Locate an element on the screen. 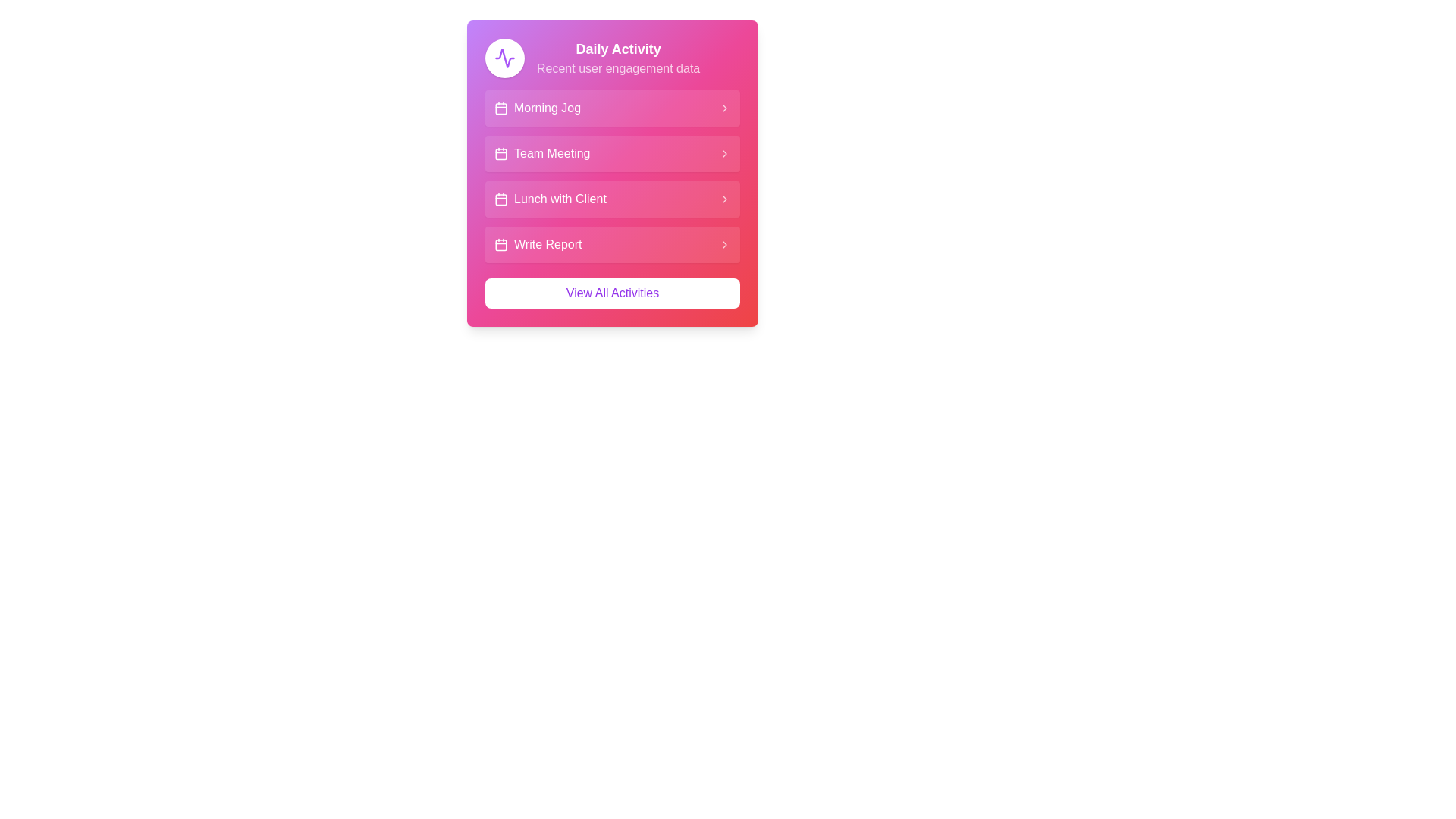  title and brief descriptor text block located at the top of the vertical card layout, which summarizes daily activity and engagement highlights is located at coordinates (612, 58).